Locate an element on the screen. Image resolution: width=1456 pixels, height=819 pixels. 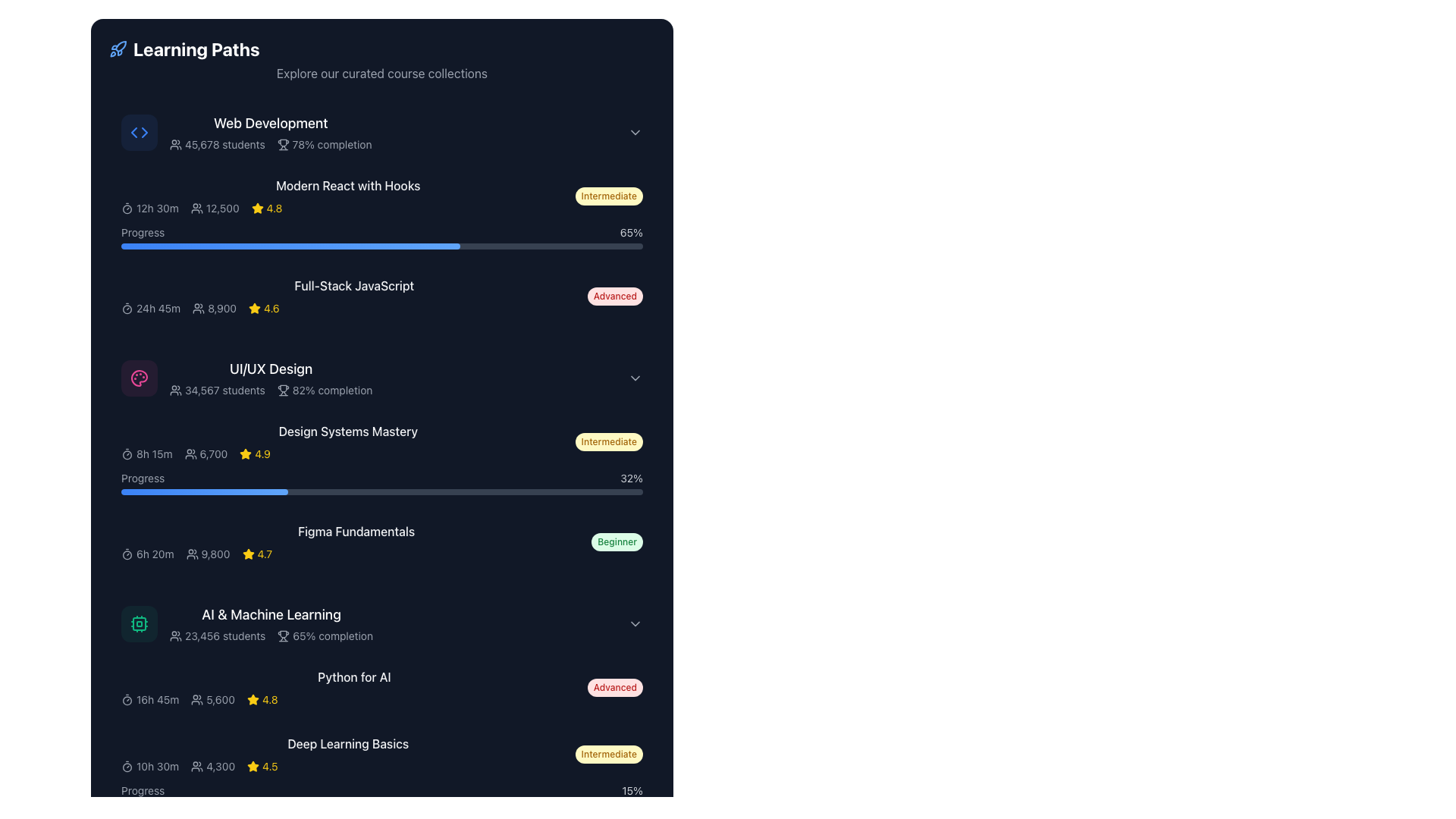
the top segment of the right arrow in the 'Web Development' section's SVG icon located in the top-left corner of the interface is located at coordinates (145, 131).